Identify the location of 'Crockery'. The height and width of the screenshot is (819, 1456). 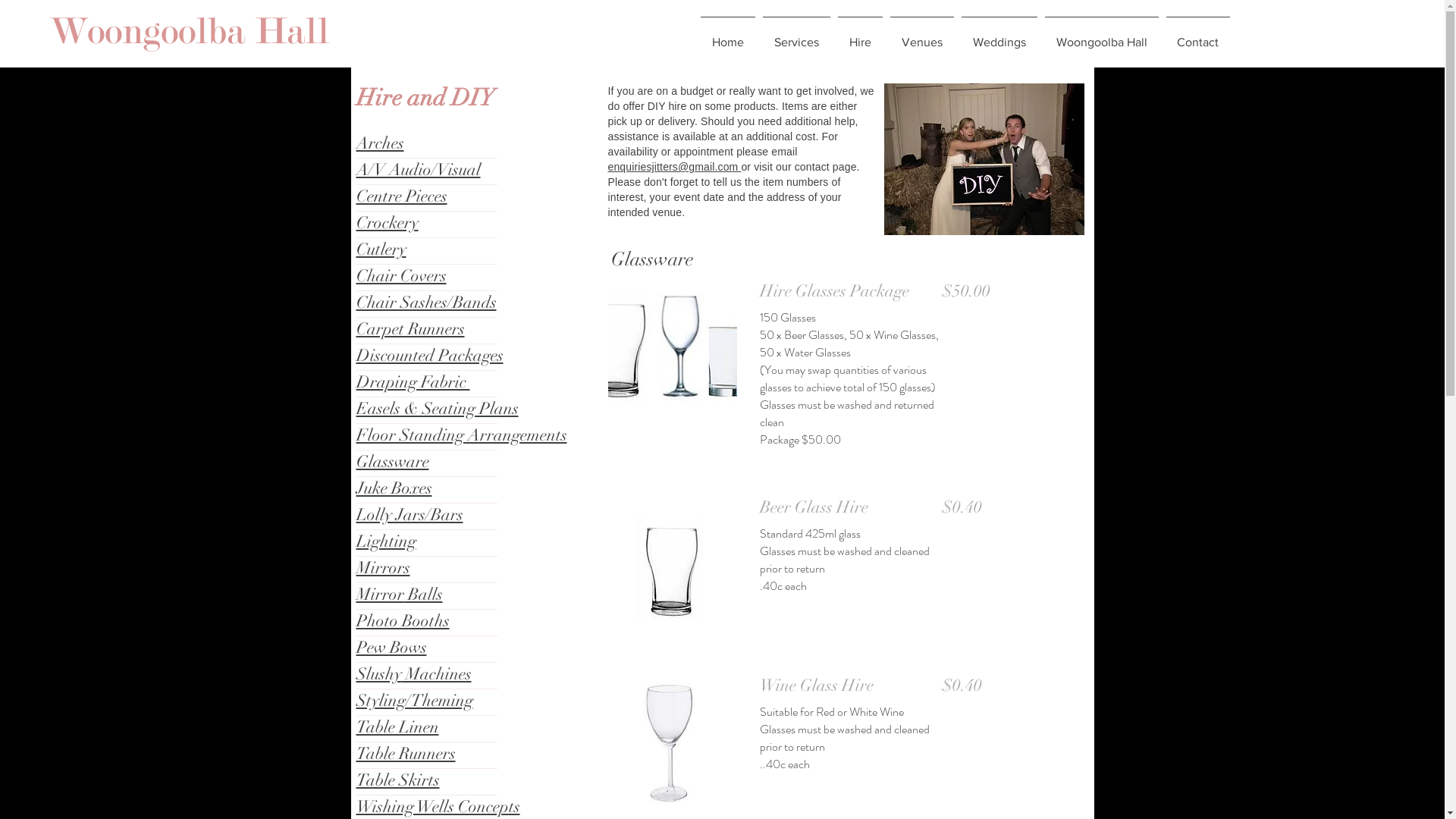
(387, 222).